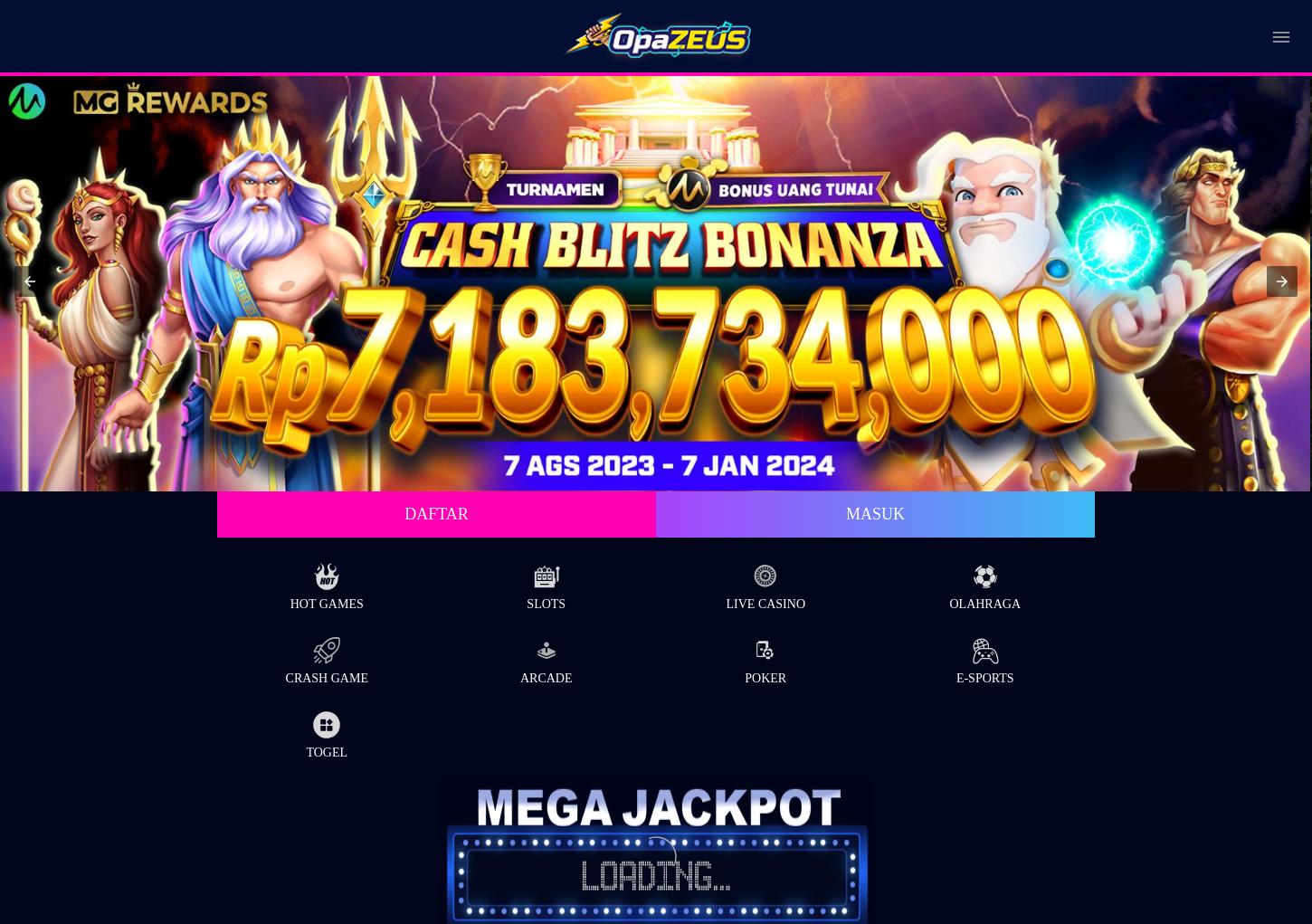  Describe the element at coordinates (434, 511) in the screenshot. I see `'Daftar'` at that location.